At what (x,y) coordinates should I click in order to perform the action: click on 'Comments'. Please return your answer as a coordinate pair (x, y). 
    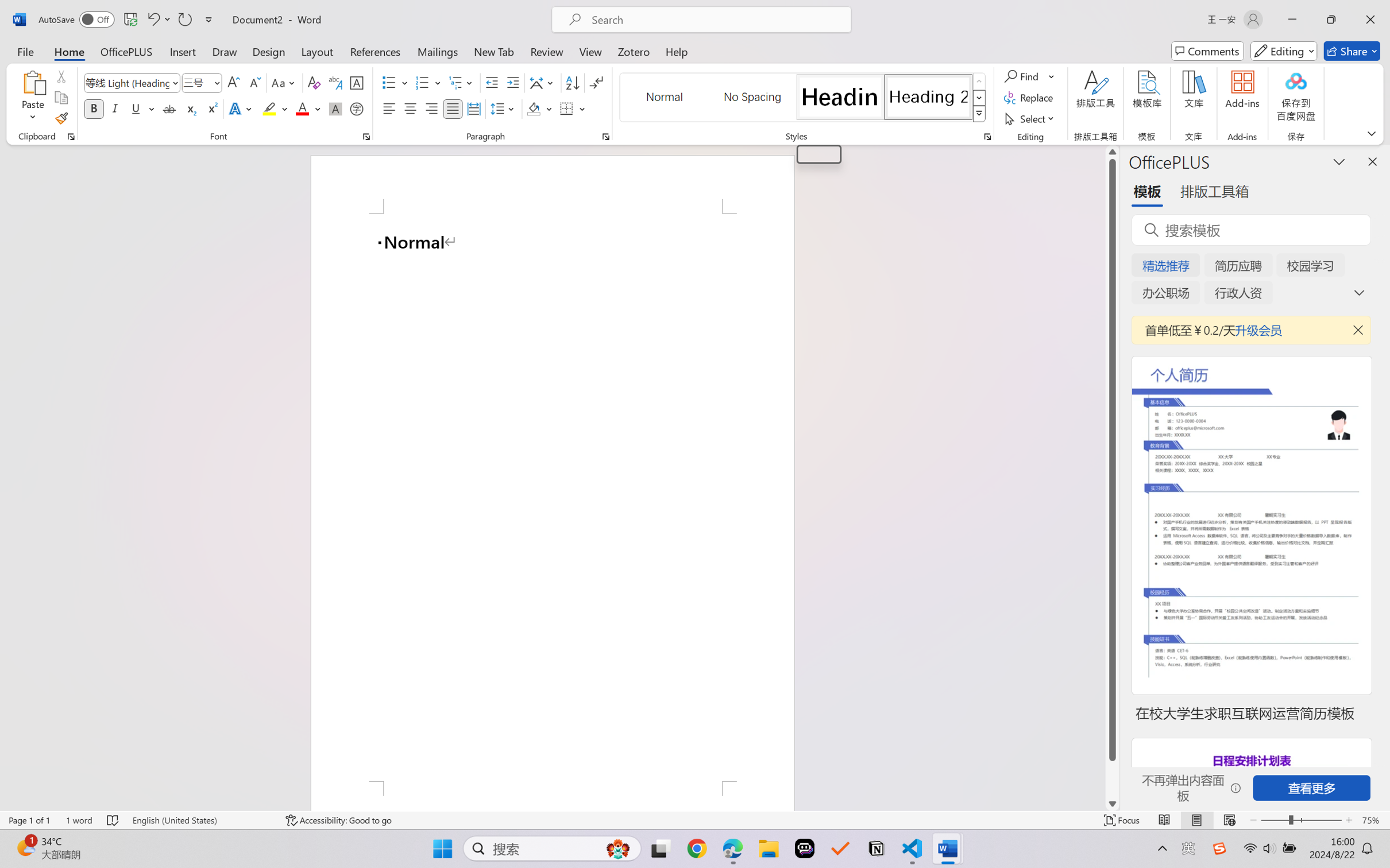
    Looking at the image, I should click on (1207, 51).